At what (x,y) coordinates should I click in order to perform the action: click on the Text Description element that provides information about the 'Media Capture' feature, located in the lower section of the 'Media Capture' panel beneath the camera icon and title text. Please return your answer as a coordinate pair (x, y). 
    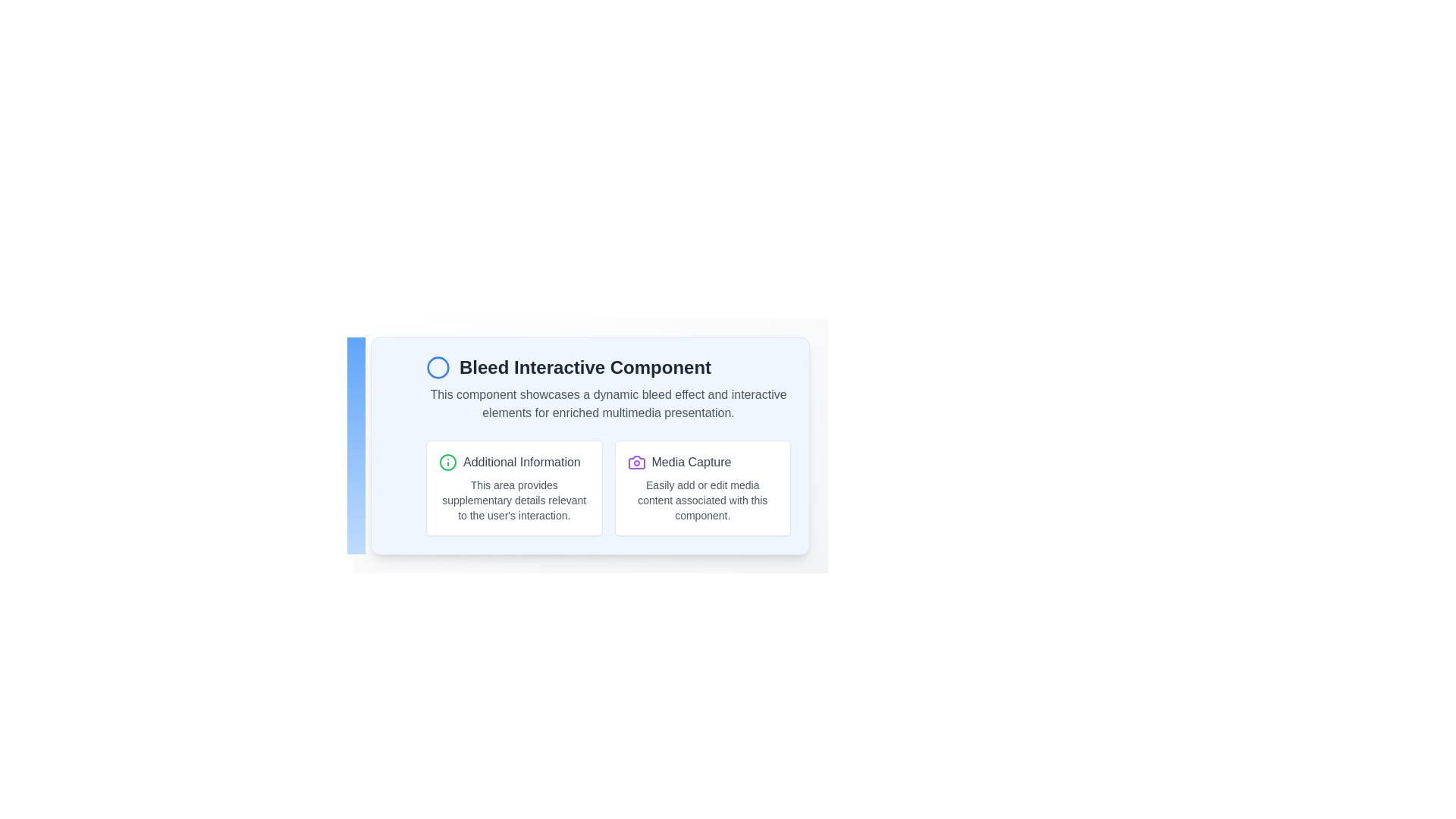
    Looking at the image, I should click on (701, 500).